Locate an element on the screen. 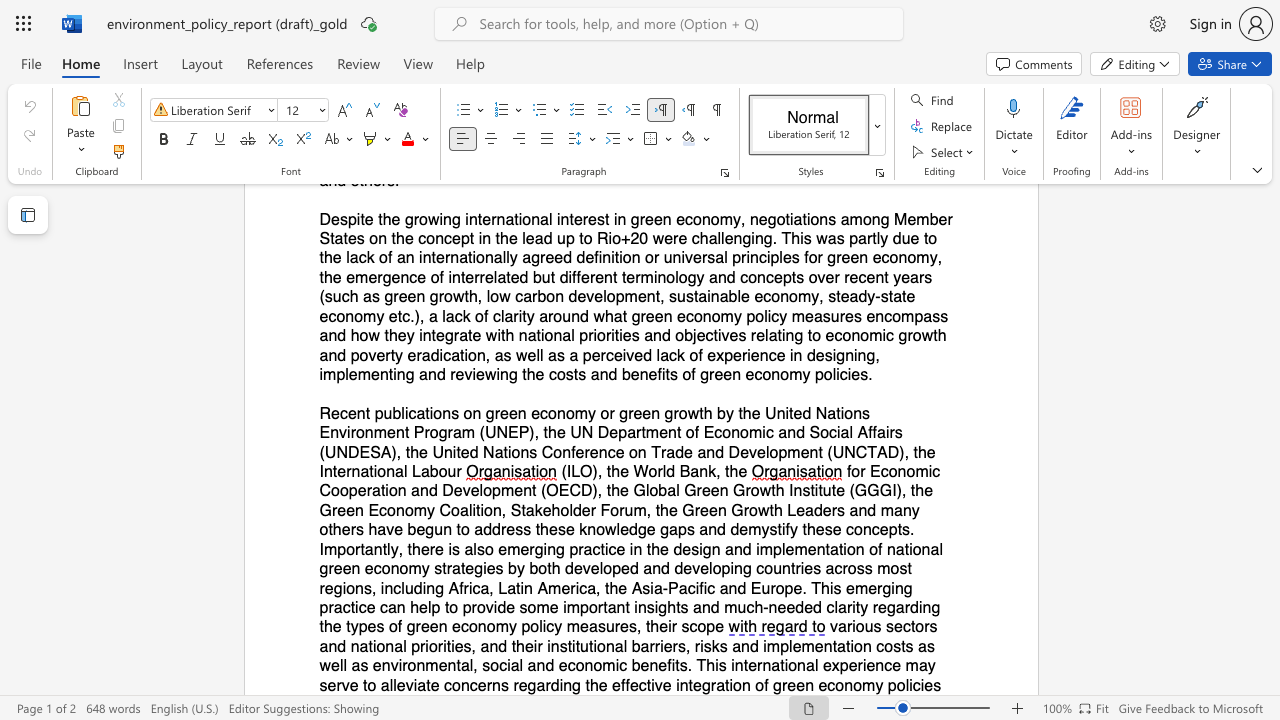 The height and width of the screenshot is (720, 1280). the subset text "ience may" within the text "and economic benefits. This international experience may serve to alleviate concerns" is located at coordinates (862, 666).